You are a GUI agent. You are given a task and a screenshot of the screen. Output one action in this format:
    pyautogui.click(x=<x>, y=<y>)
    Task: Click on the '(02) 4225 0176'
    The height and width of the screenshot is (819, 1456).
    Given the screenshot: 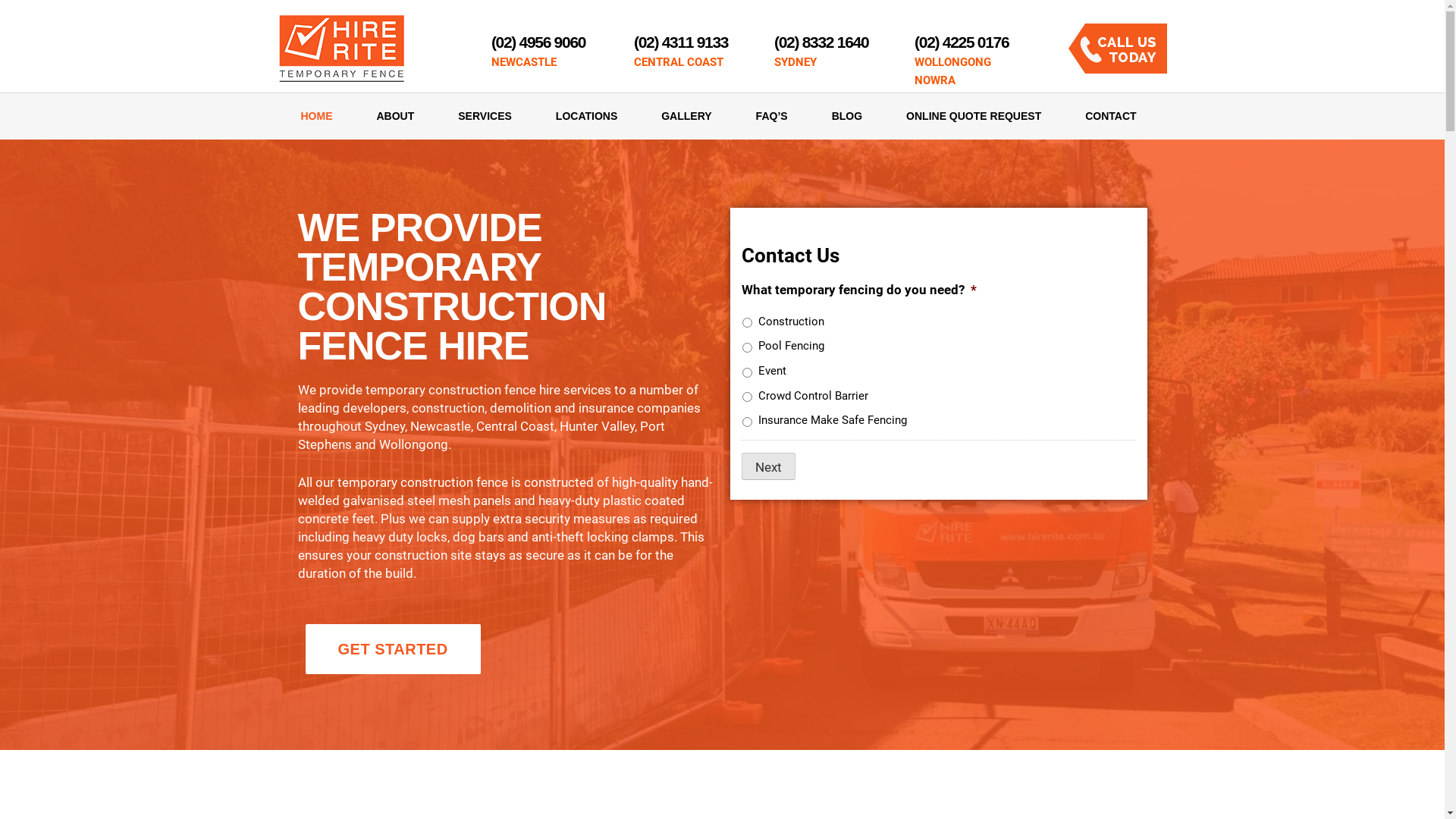 What is the action you would take?
    pyautogui.click(x=960, y=41)
    